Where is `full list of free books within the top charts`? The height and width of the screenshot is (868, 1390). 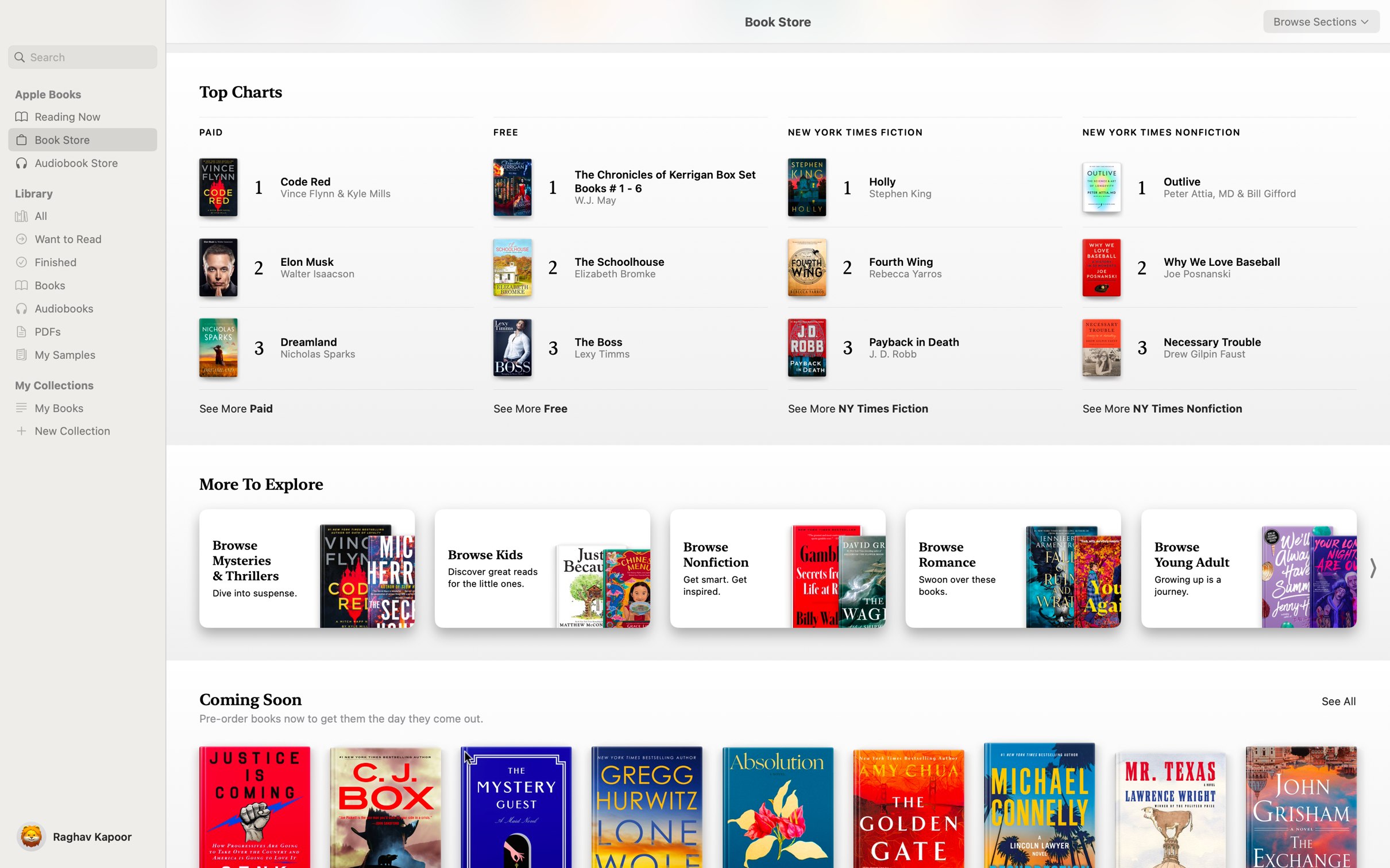 full list of free books within the top charts is located at coordinates (532, 406).